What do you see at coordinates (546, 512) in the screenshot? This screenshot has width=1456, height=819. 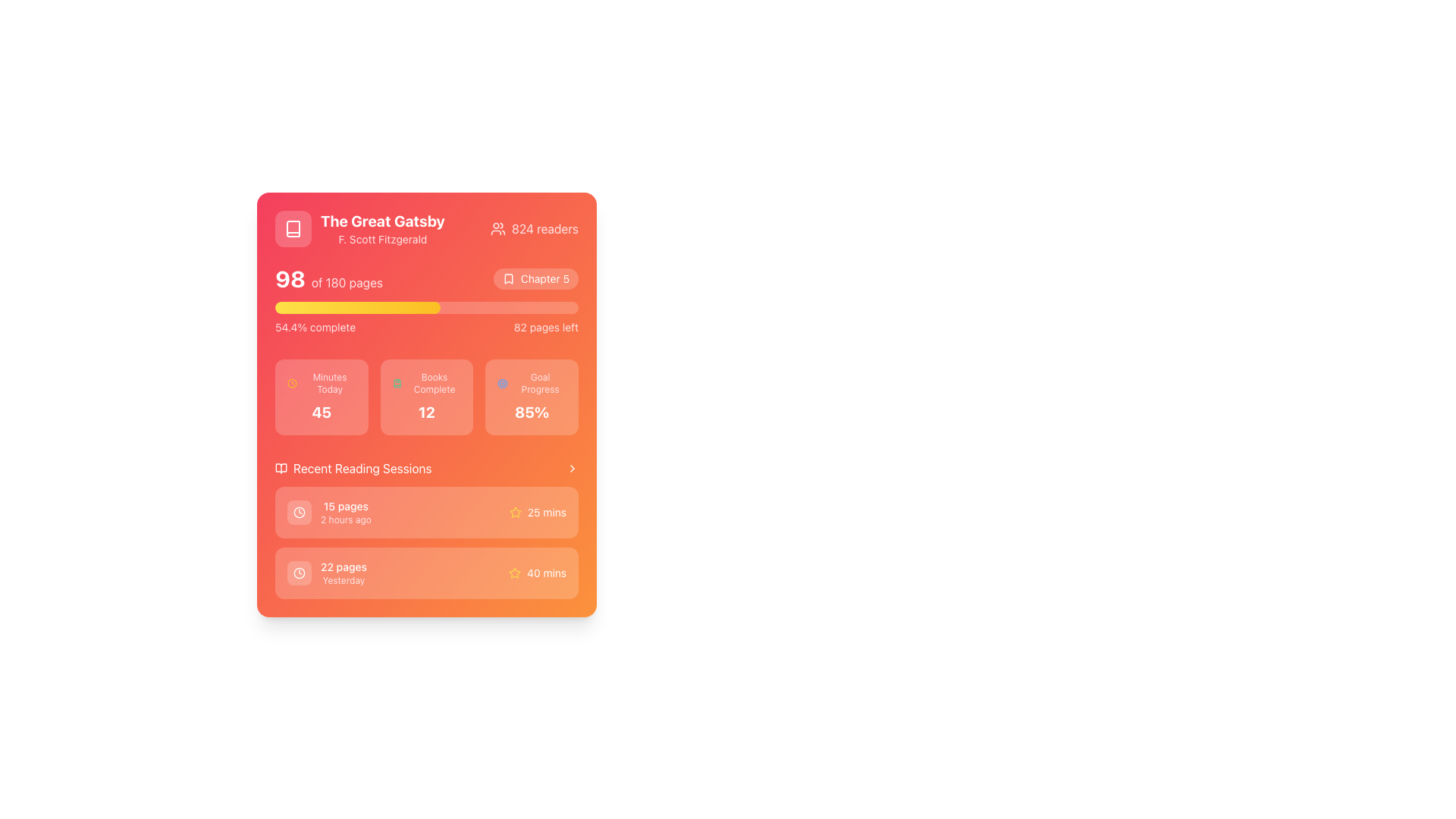 I see `the text label displaying '25 mins' which is styled in white against an orange background, located to the right of a star icon in the 'Recent Reading Sessions' section` at bounding box center [546, 512].